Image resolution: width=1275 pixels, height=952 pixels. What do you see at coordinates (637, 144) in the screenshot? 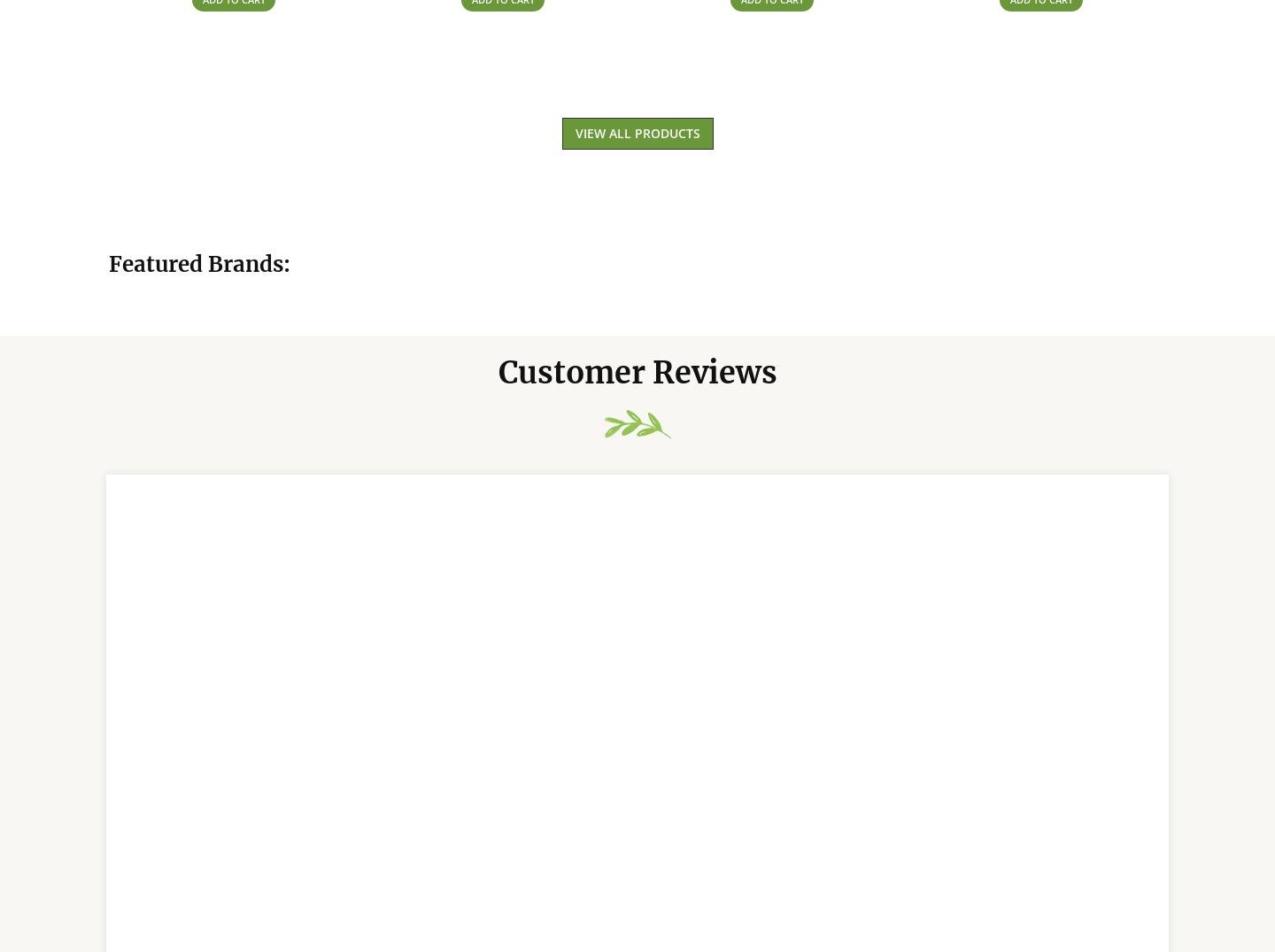
I see `'View All Products'` at bounding box center [637, 144].